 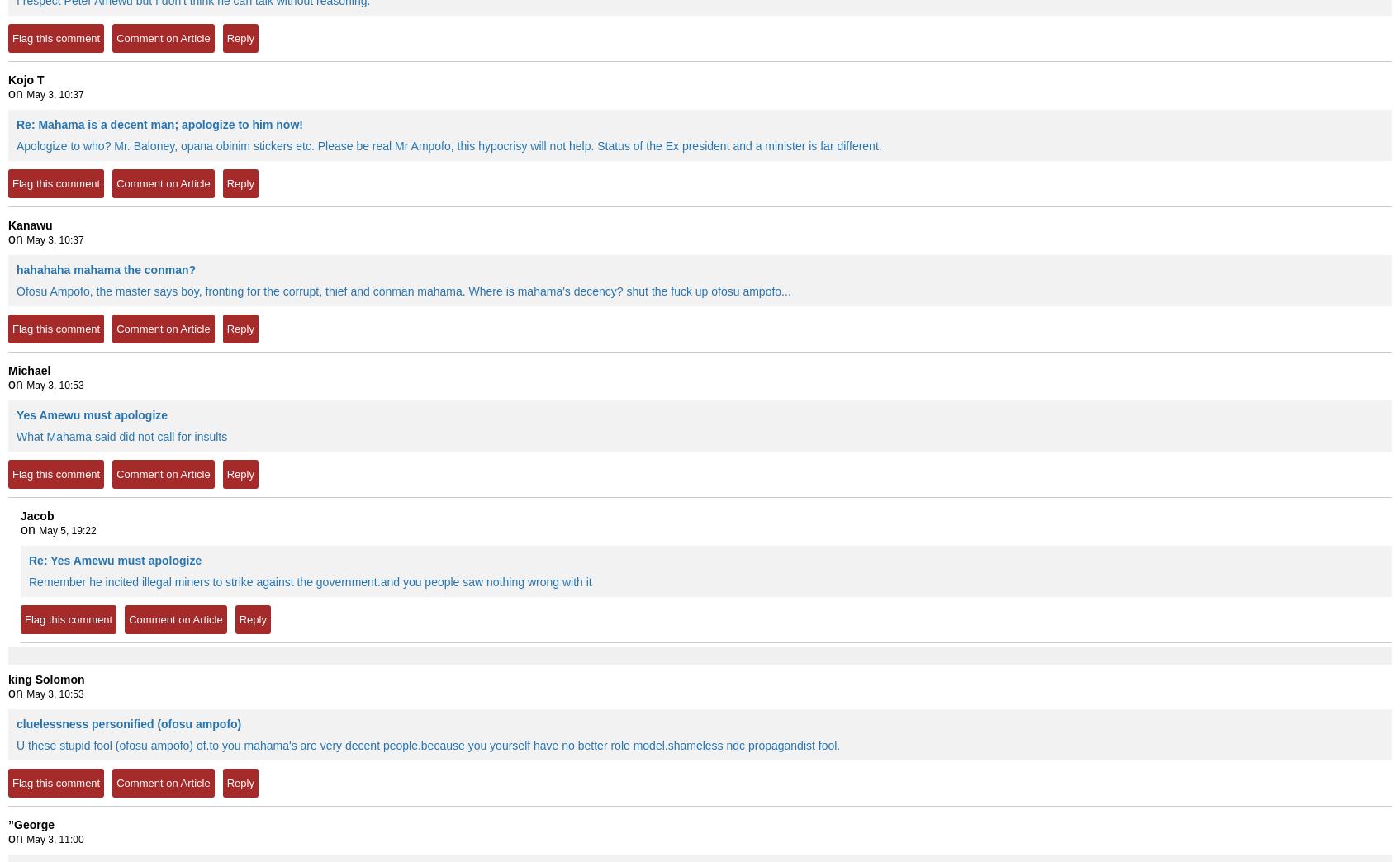 What do you see at coordinates (31, 825) in the screenshot?
I see `'”George'` at bounding box center [31, 825].